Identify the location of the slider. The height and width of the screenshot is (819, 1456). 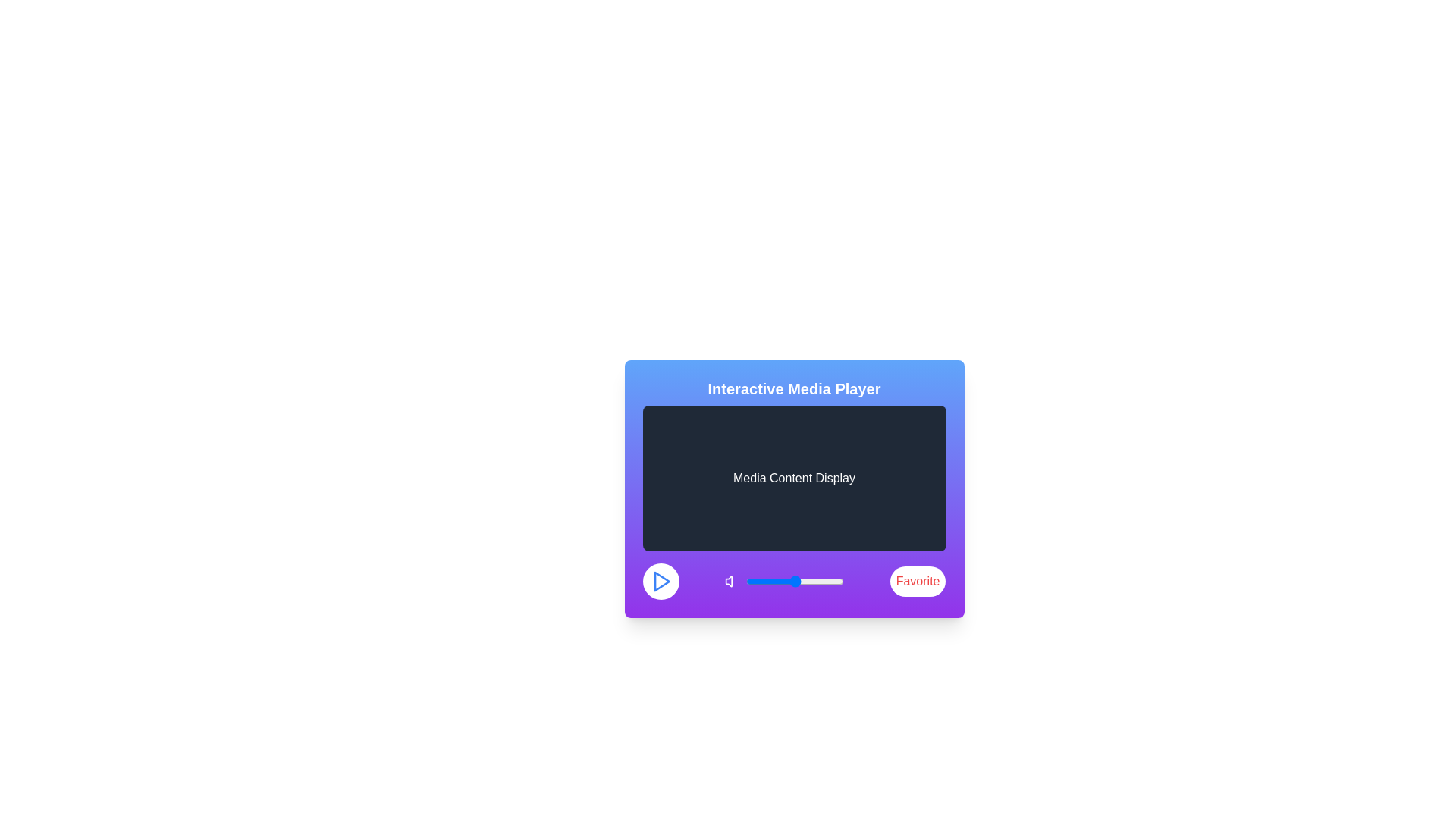
(817, 581).